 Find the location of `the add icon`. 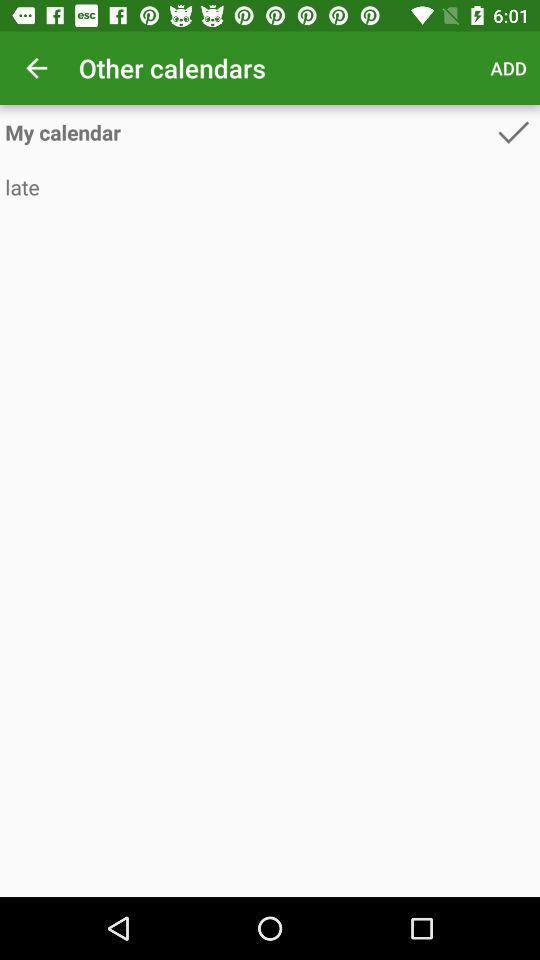

the add icon is located at coordinates (508, 68).